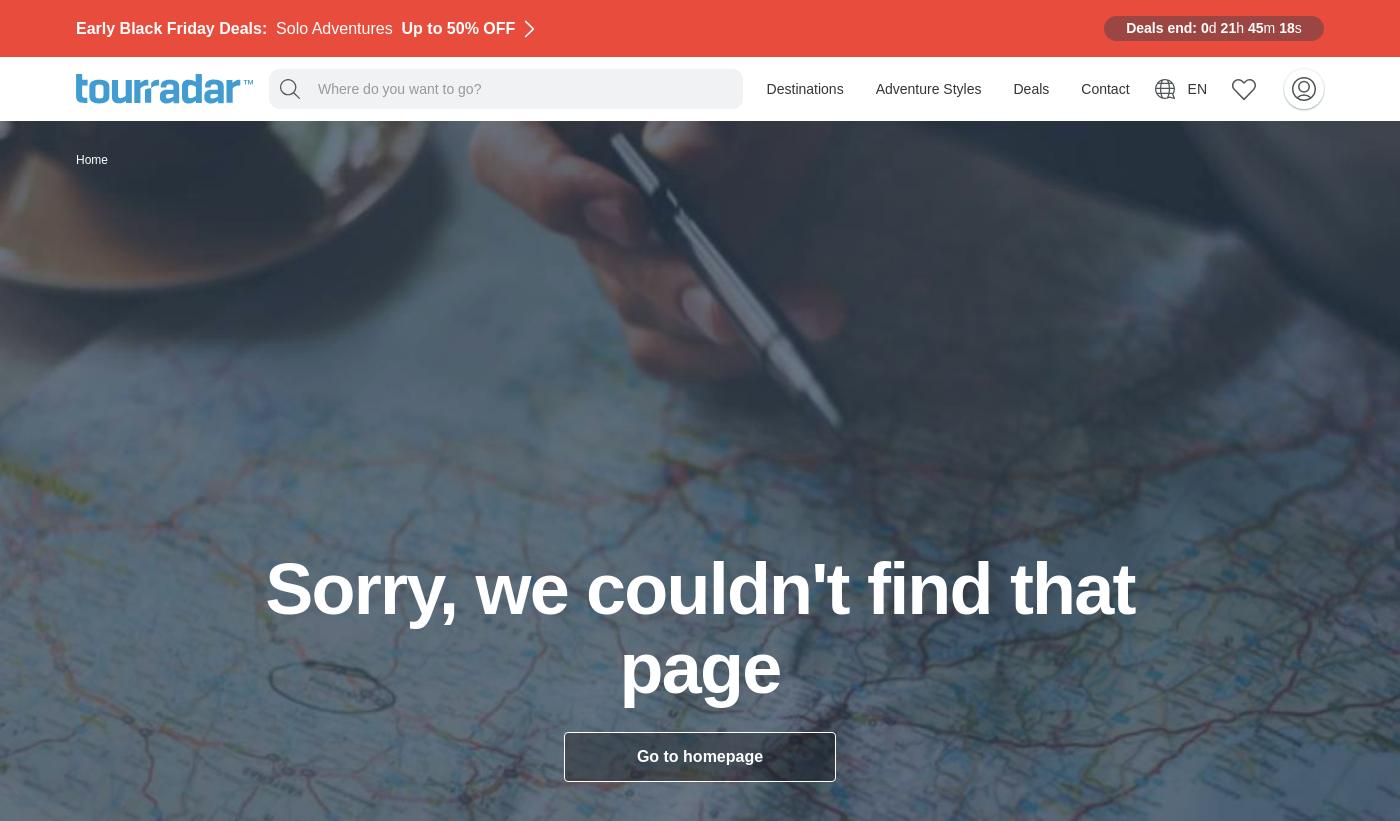 This screenshot has height=821, width=1400. What do you see at coordinates (175, 26) in the screenshot?
I see `'Early Black Friday Deals:'` at bounding box center [175, 26].